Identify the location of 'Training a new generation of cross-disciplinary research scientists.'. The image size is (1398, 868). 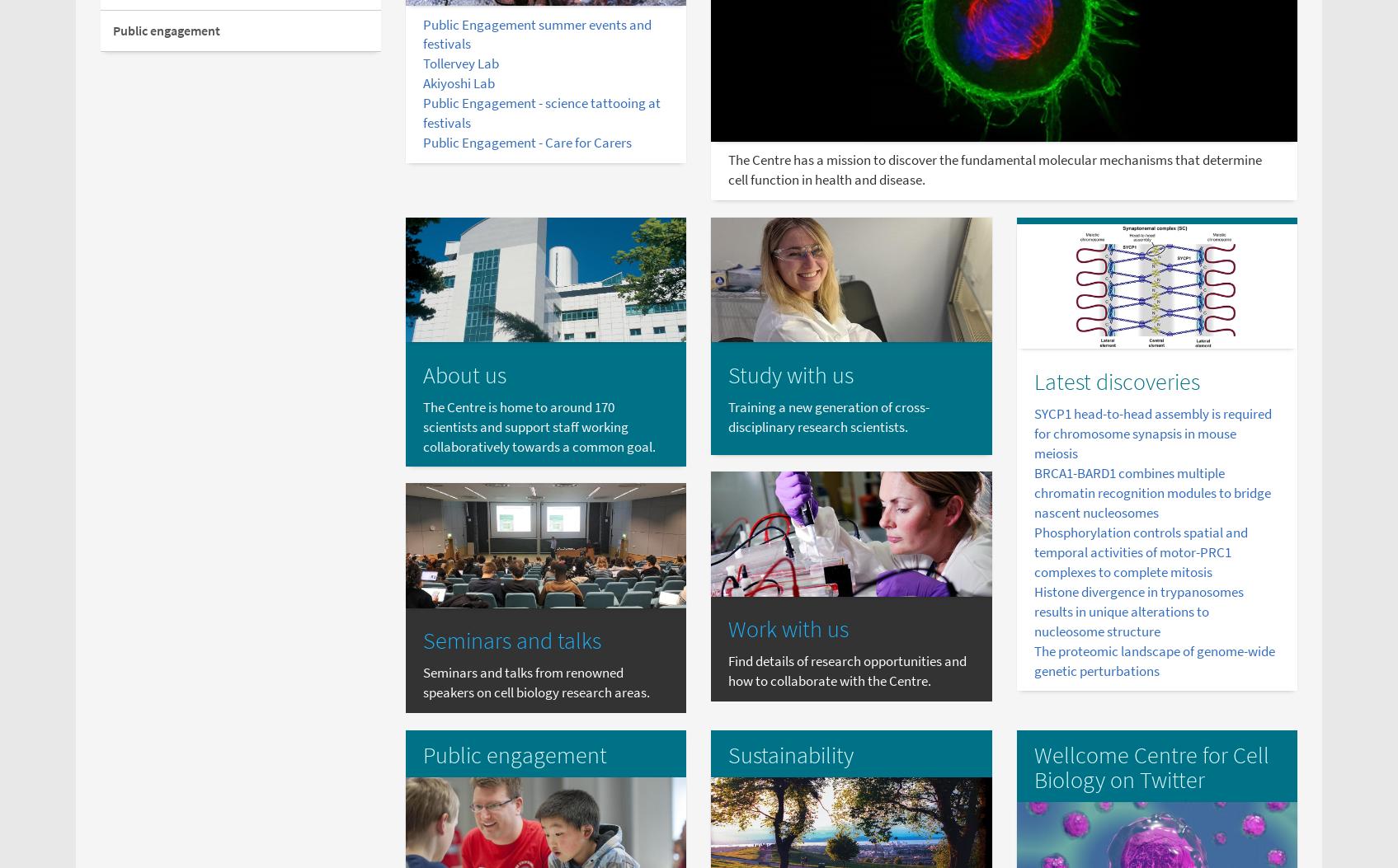
(827, 416).